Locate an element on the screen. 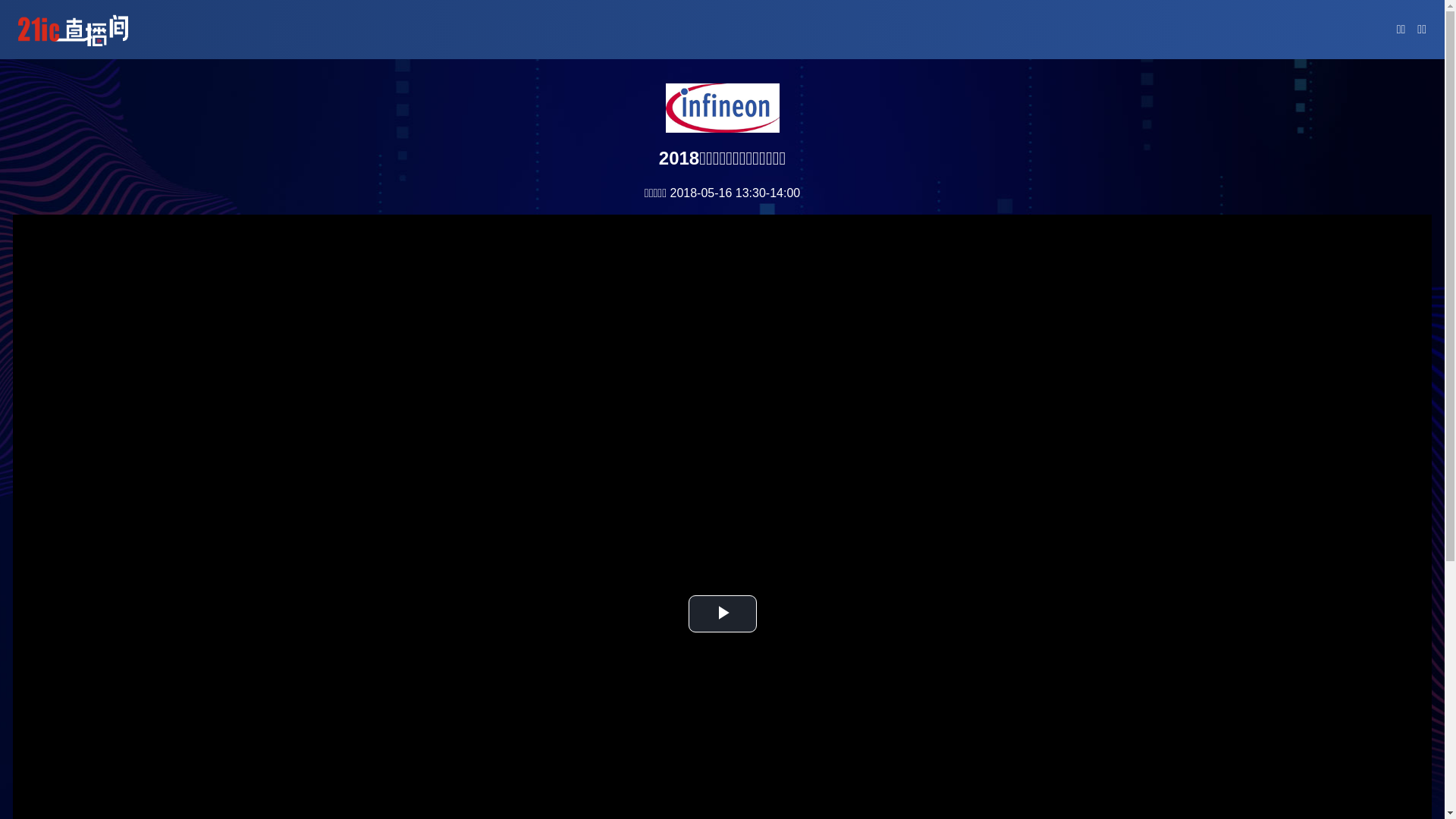 The width and height of the screenshot is (1456, 819). 'Play Video' is located at coordinates (722, 613).